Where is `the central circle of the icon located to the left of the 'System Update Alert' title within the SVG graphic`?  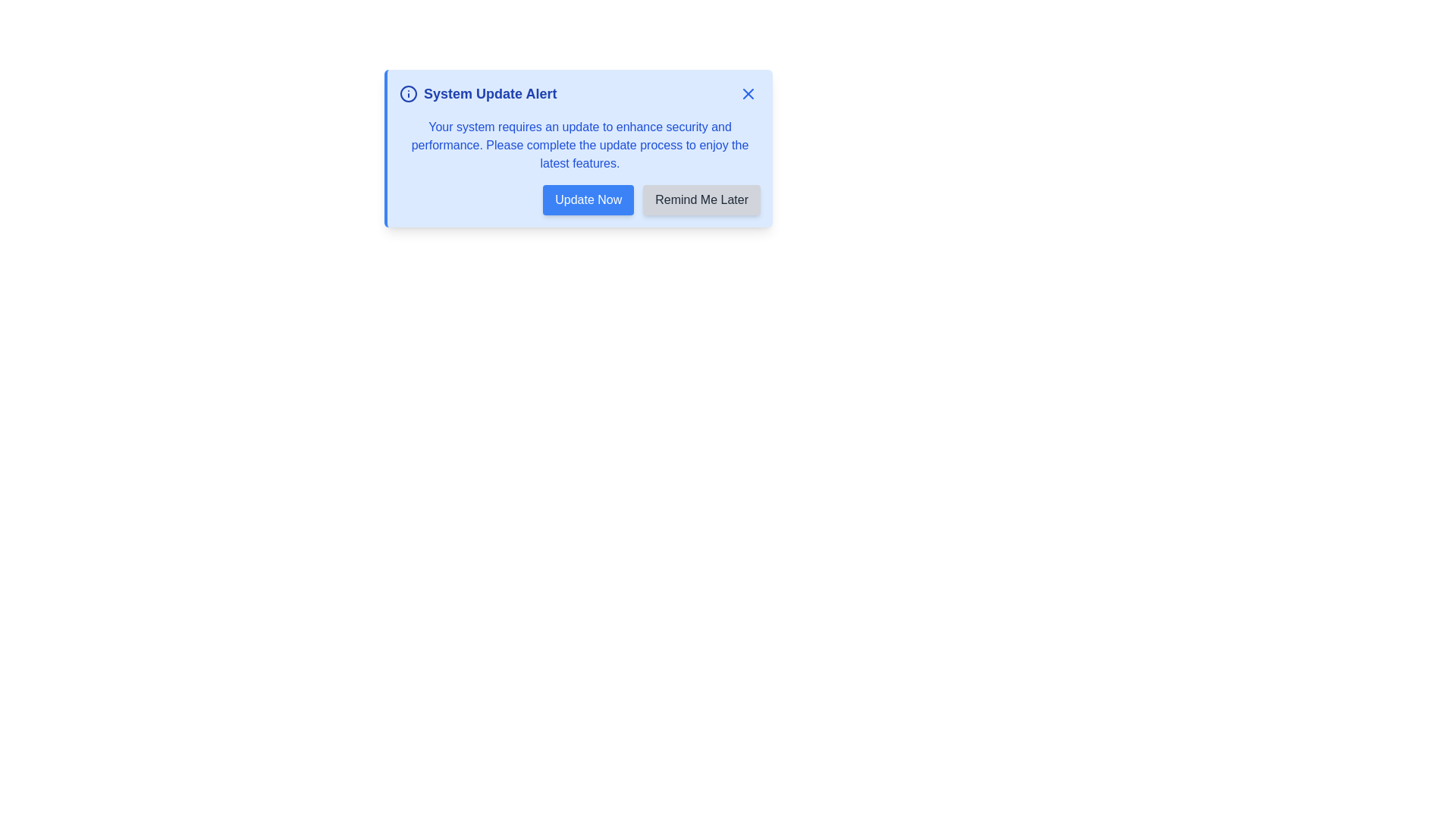 the central circle of the icon located to the left of the 'System Update Alert' title within the SVG graphic is located at coordinates (408, 93).